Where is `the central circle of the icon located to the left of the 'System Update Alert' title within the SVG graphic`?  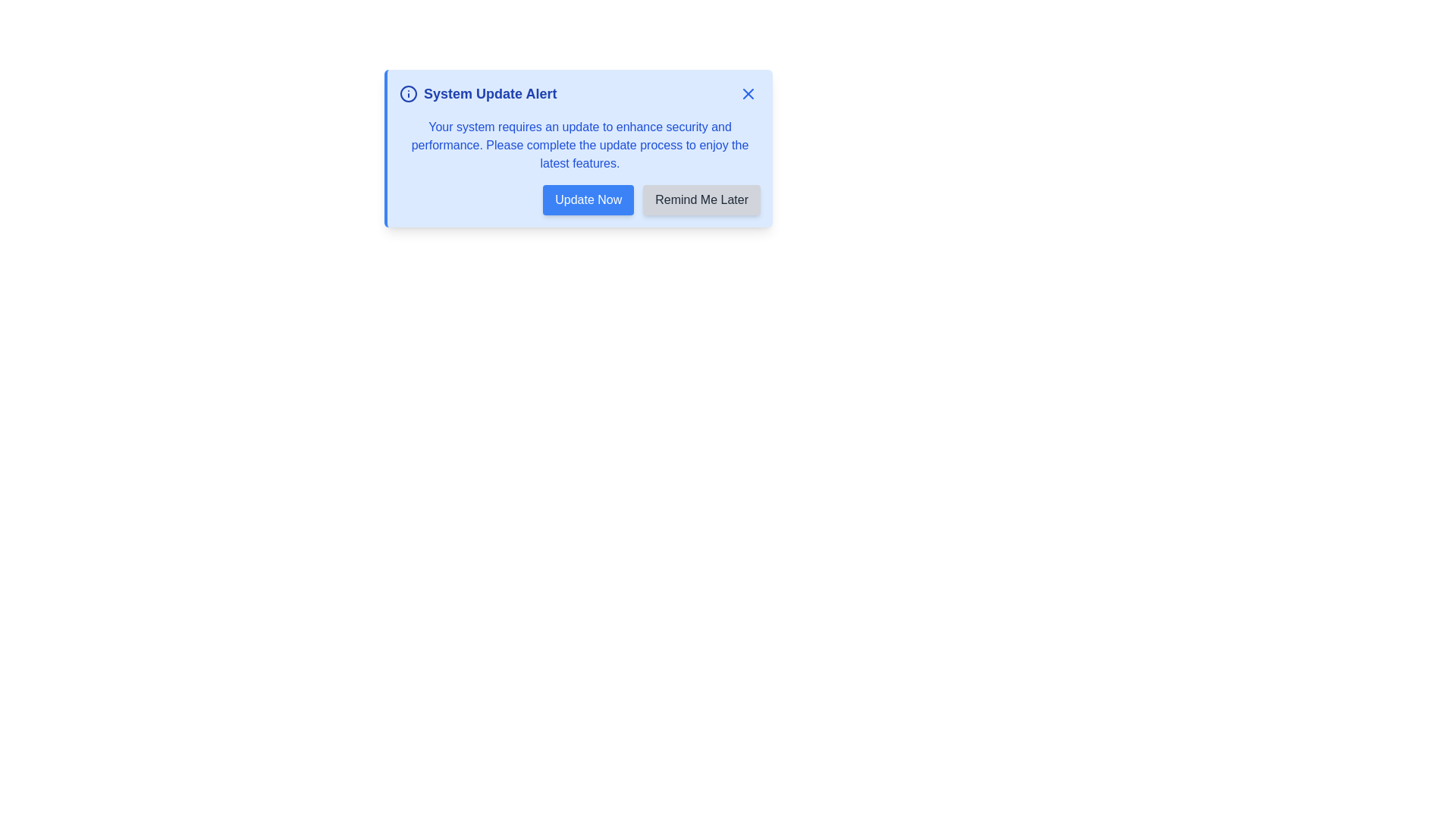 the central circle of the icon located to the left of the 'System Update Alert' title within the SVG graphic is located at coordinates (408, 93).